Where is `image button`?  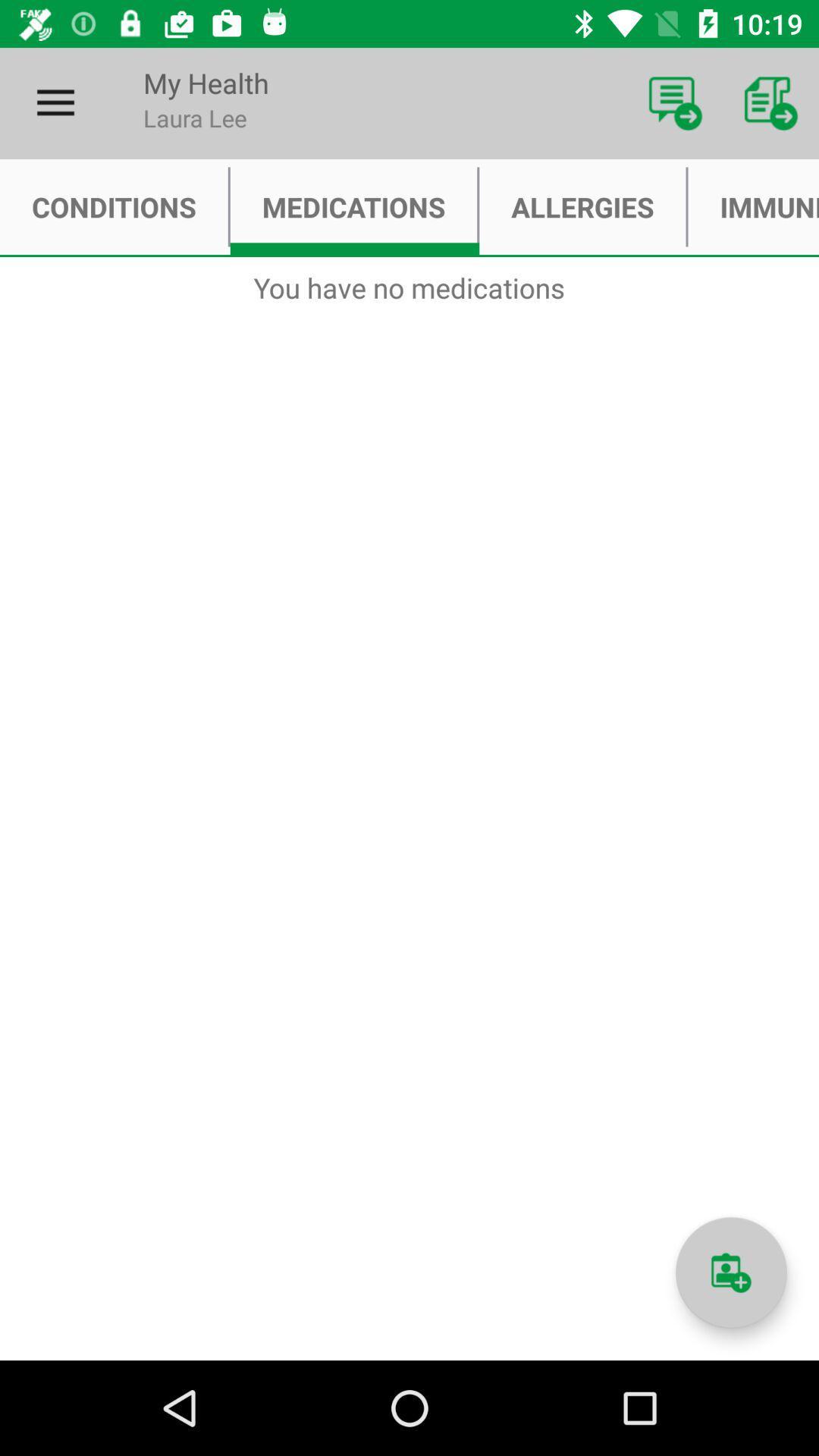 image button is located at coordinates (730, 1272).